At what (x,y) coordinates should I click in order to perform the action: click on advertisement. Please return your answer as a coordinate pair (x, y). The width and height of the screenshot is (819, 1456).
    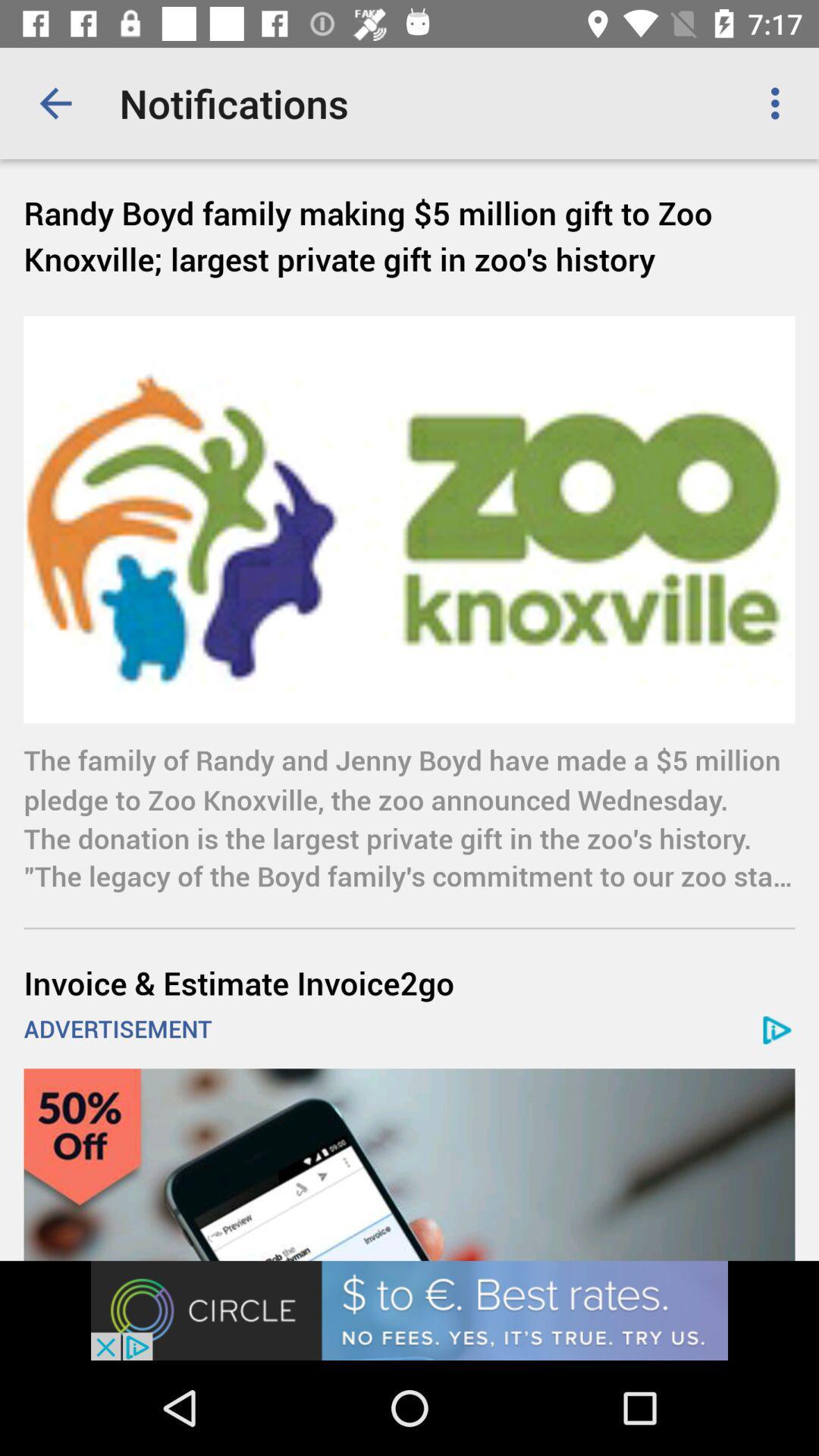
    Looking at the image, I should click on (409, 1310).